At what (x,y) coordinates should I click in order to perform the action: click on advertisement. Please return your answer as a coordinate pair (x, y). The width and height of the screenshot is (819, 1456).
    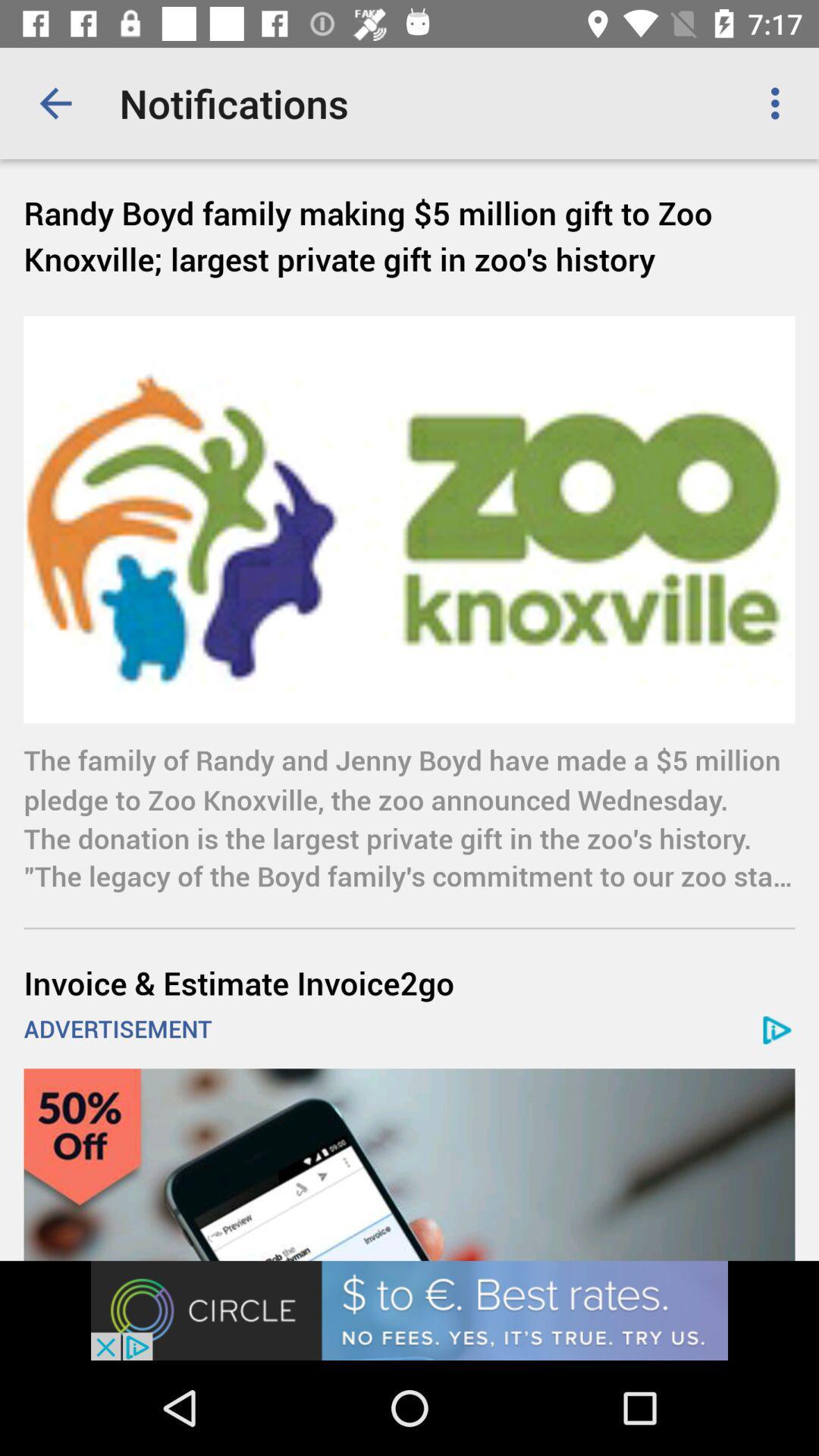
    Looking at the image, I should click on (409, 1310).